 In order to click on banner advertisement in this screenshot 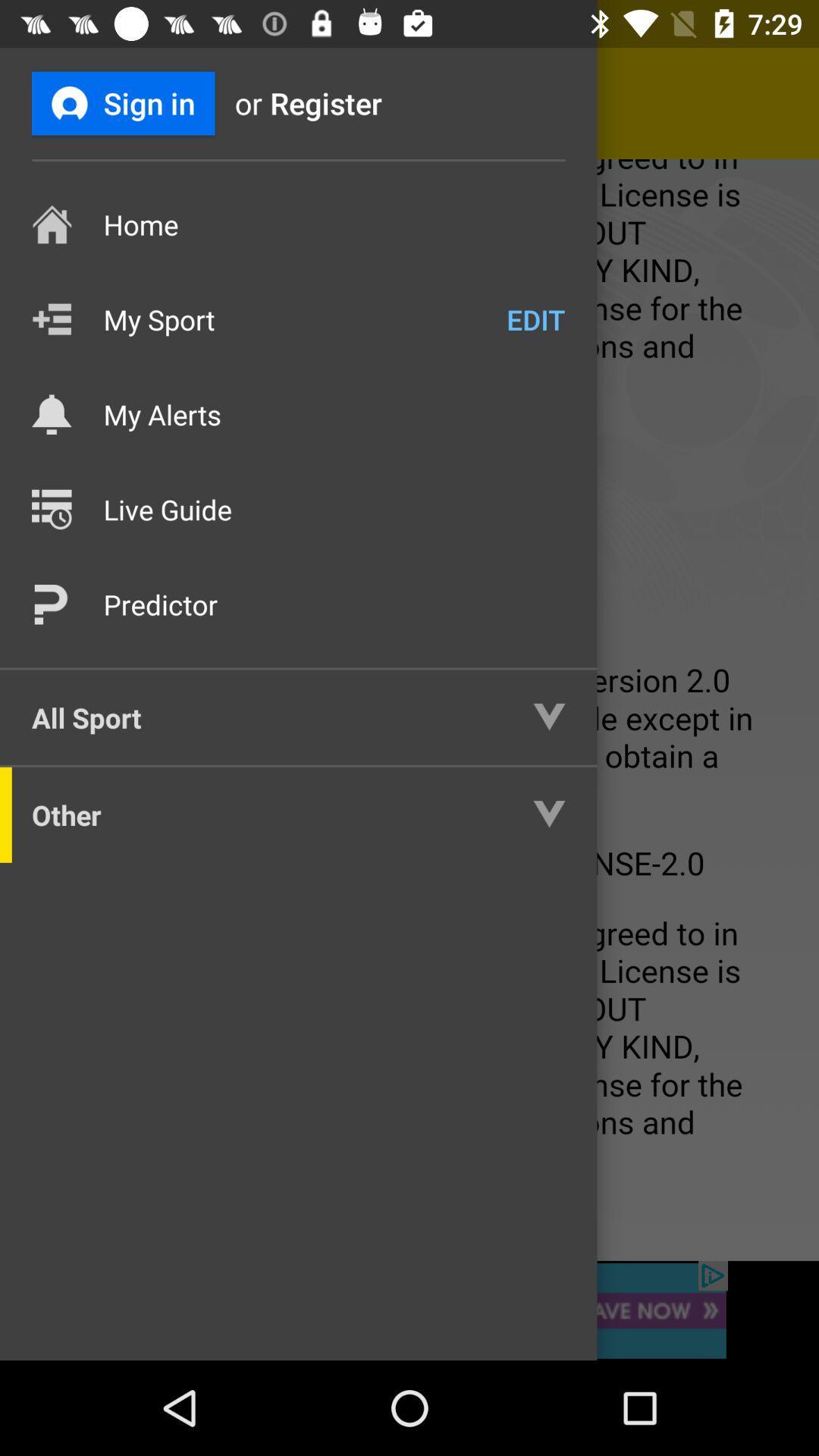, I will do `click(409, 1310)`.